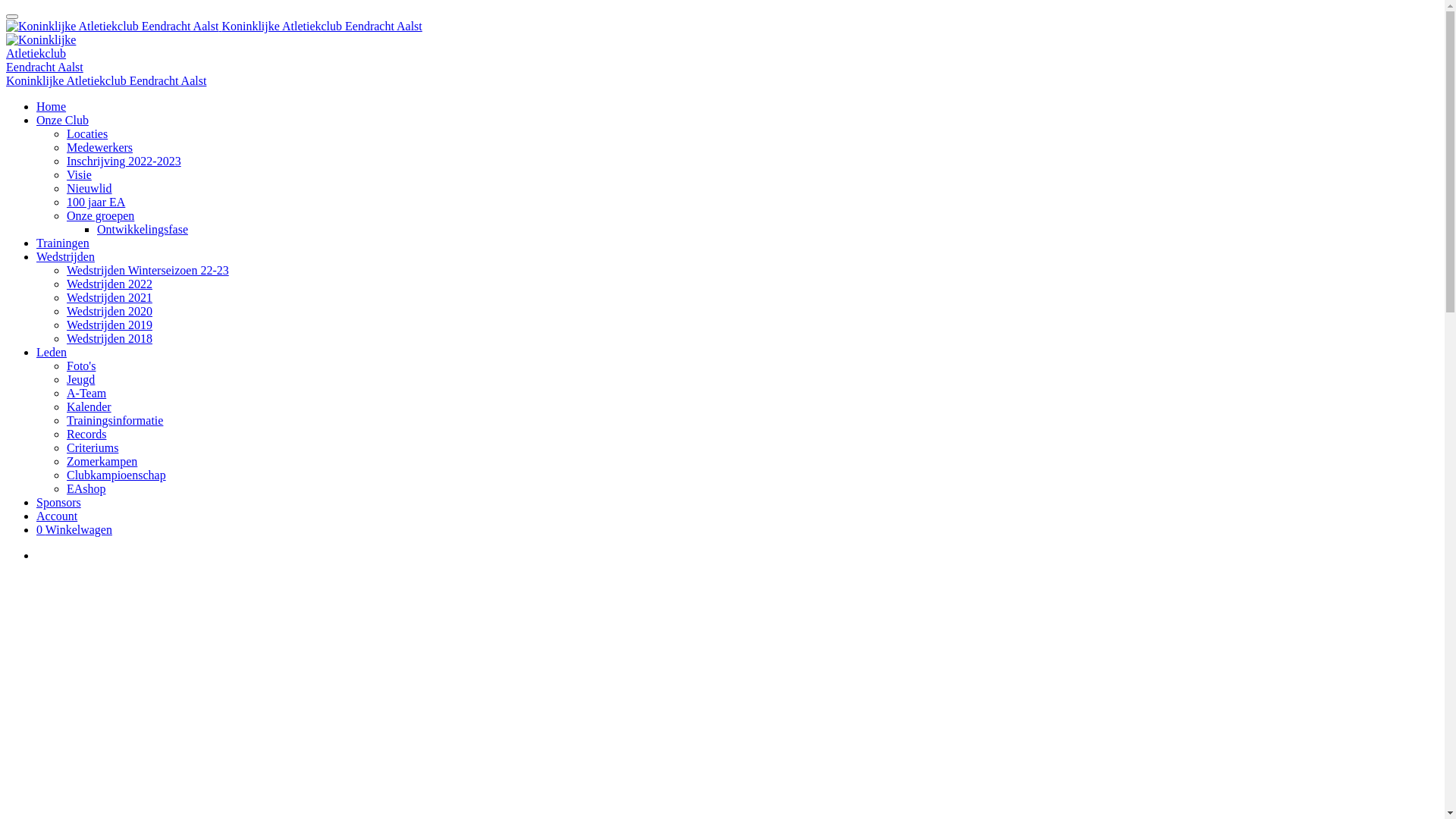  I want to click on 'A-Team', so click(86, 392).